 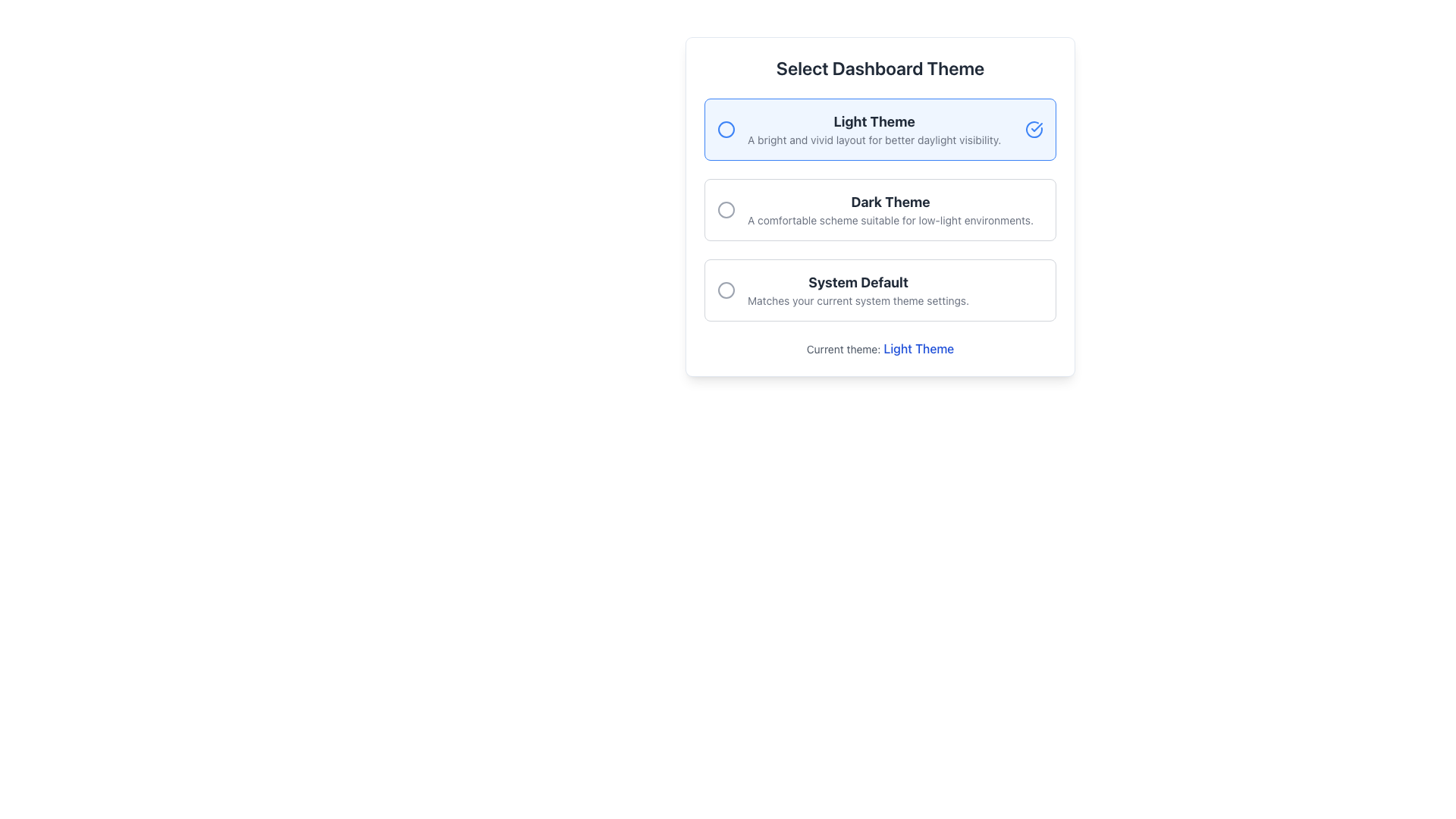 What do you see at coordinates (858, 290) in the screenshot?
I see `description of the 'System Default' text content, which is the third selectable option in the list of themes, located between 'Dark Theme' and the indication text for the current theme` at bounding box center [858, 290].